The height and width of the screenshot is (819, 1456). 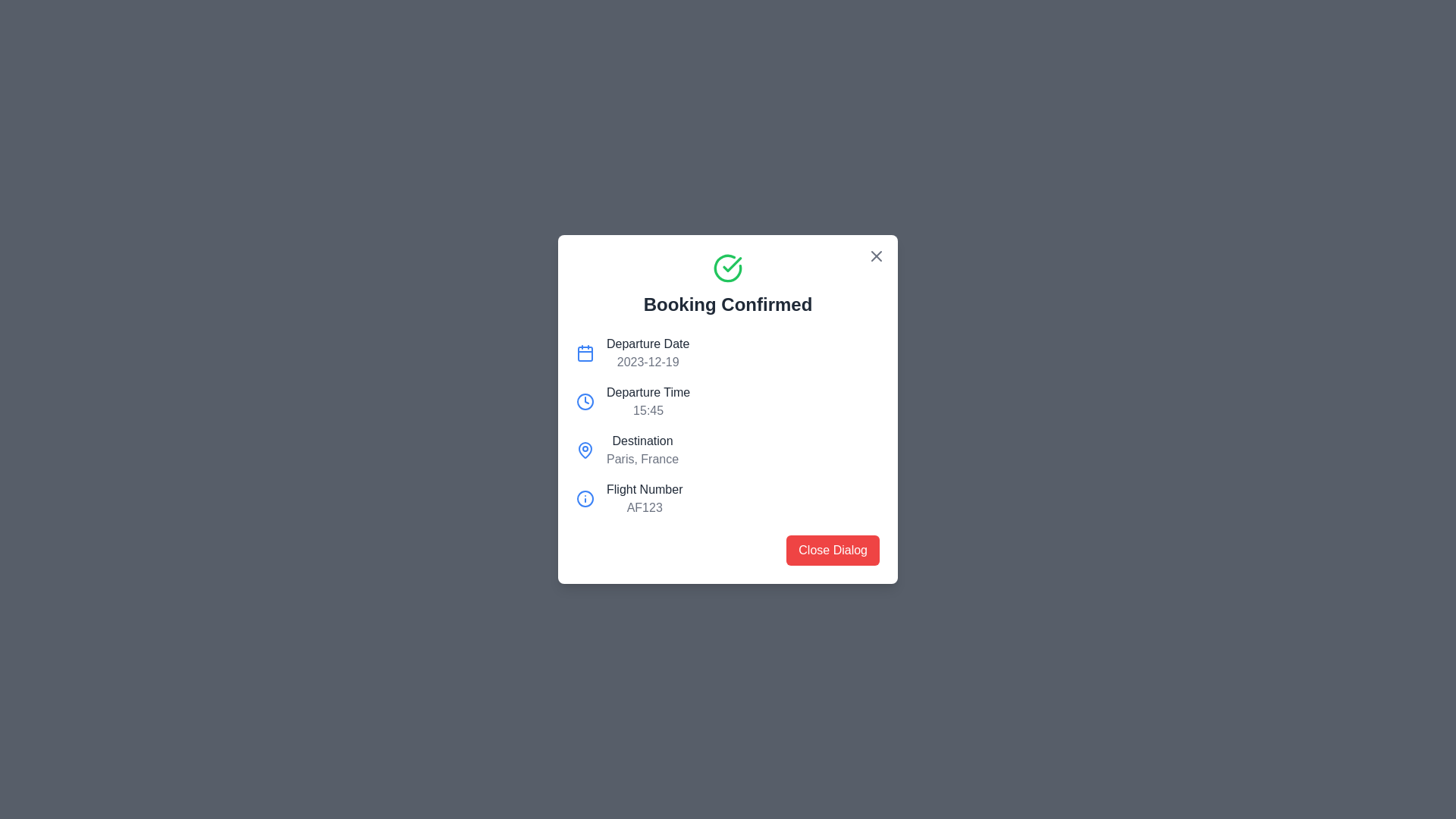 I want to click on the confirmation message header text label that indicates successful booking completion, located inside the modal dialog below the green checkmark icon, so click(x=728, y=304).